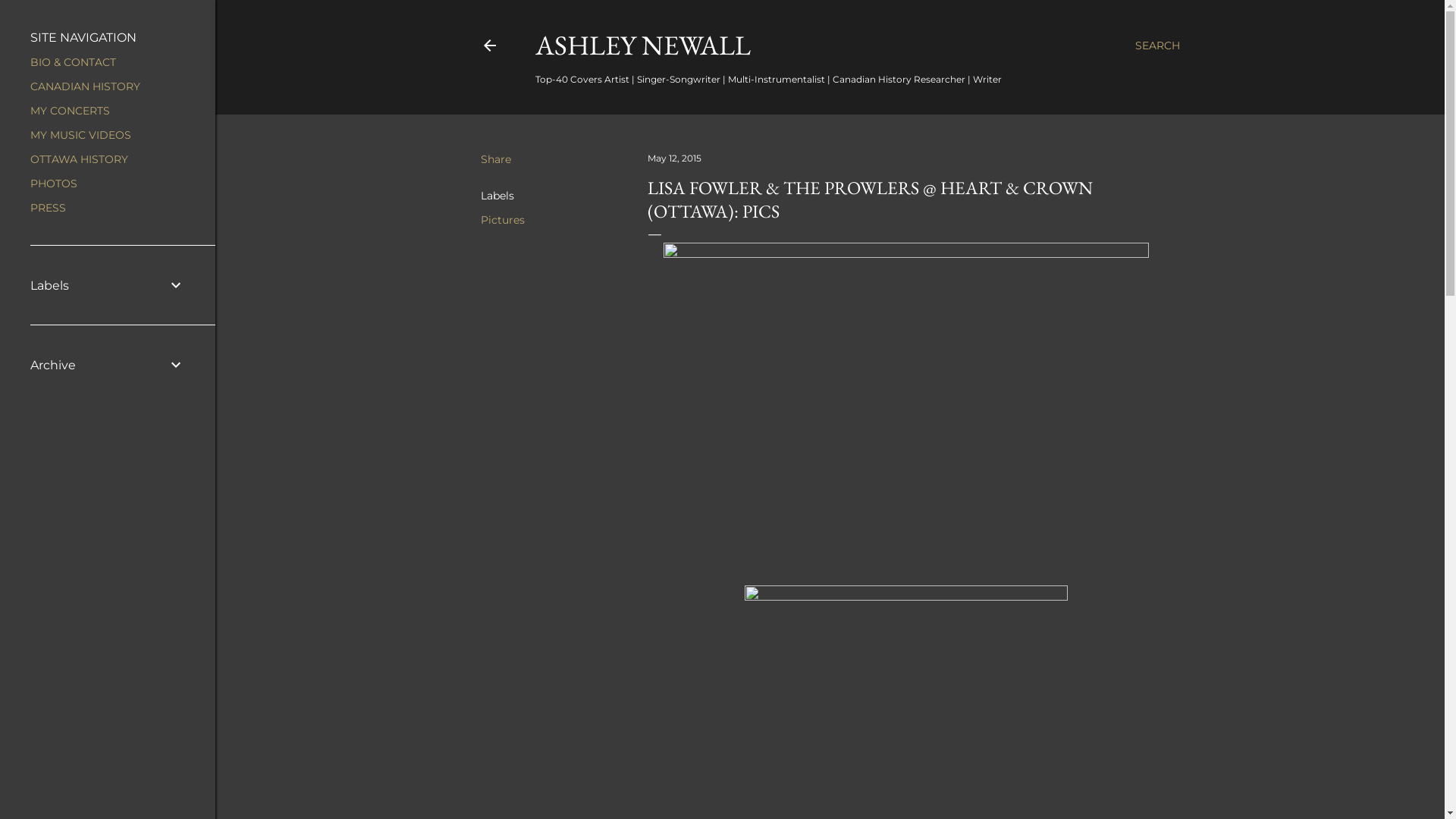 The height and width of the screenshot is (819, 1456). Describe the element at coordinates (48, 207) in the screenshot. I see `'PRESS'` at that location.